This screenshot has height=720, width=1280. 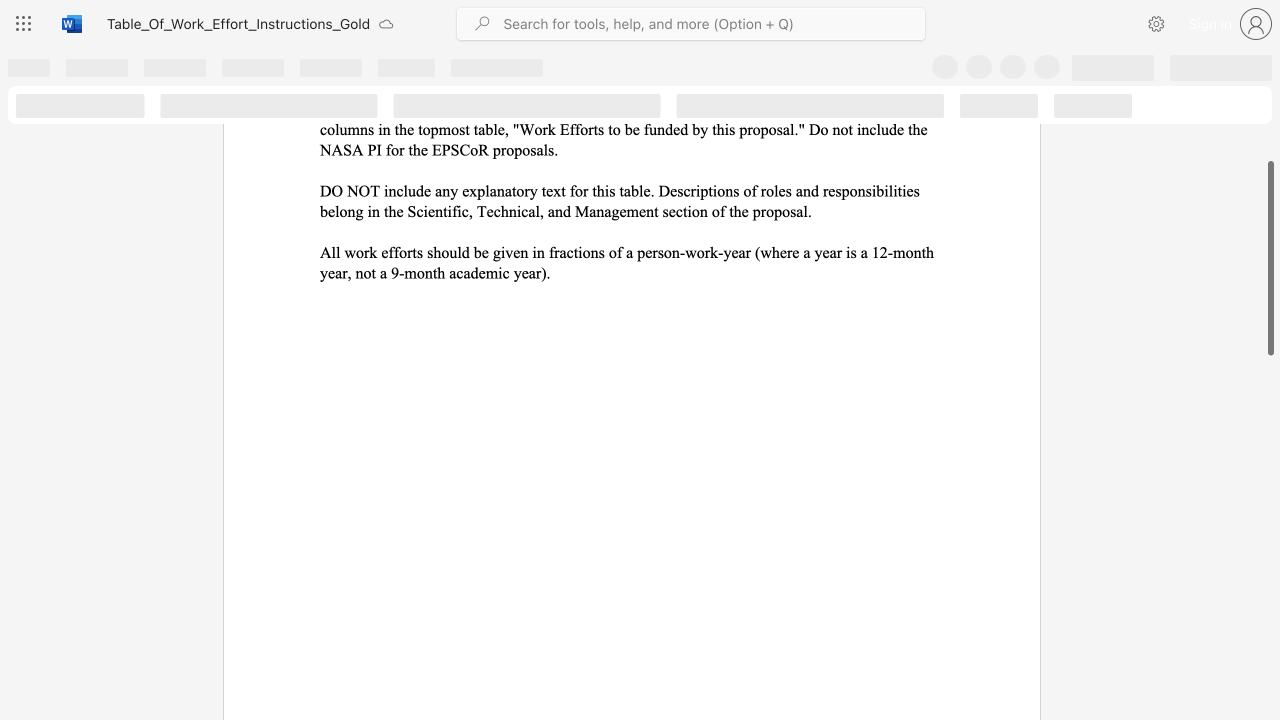 What do you see at coordinates (1269, 257) in the screenshot?
I see `the scrollbar and move up 210 pixels` at bounding box center [1269, 257].